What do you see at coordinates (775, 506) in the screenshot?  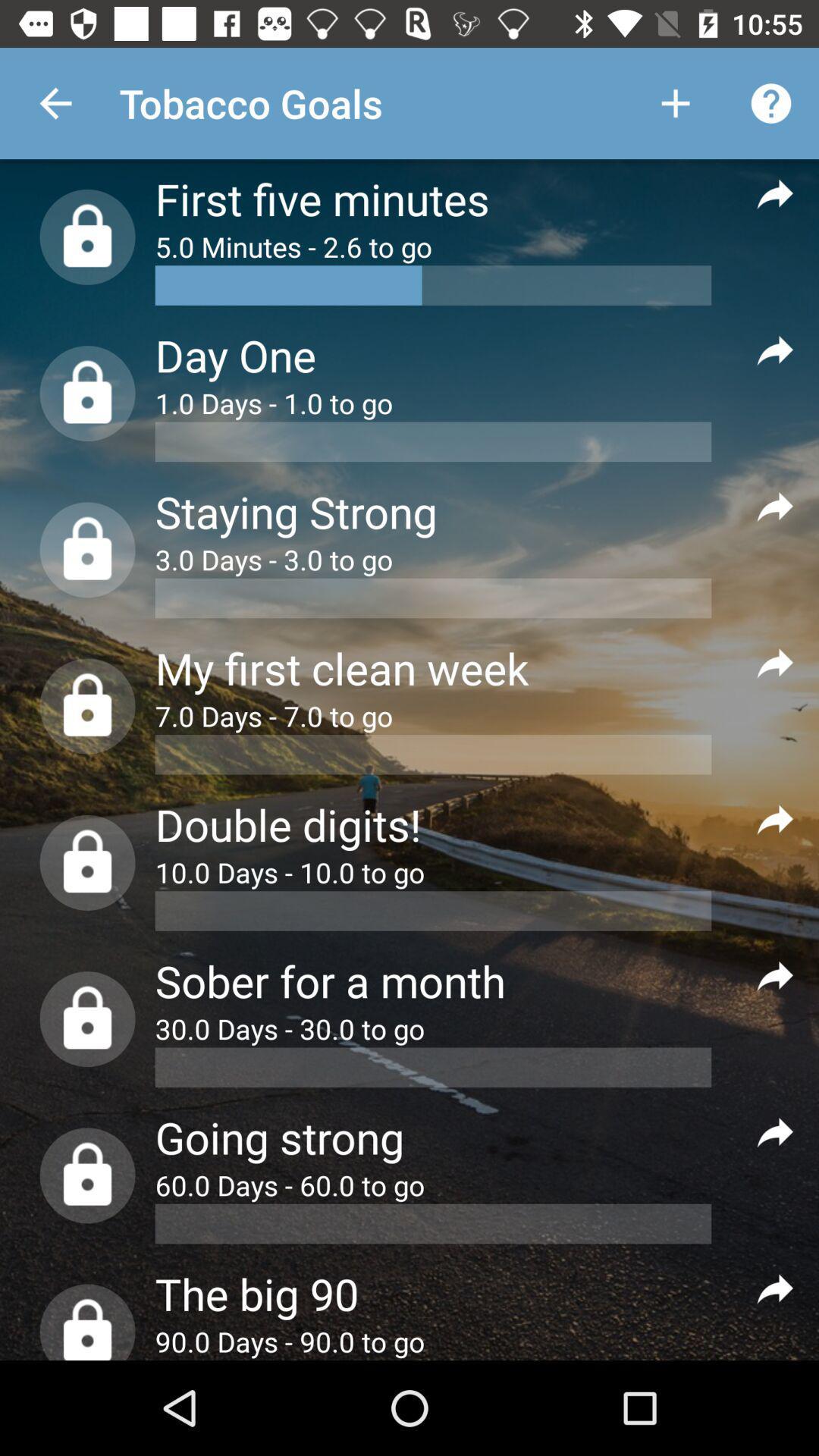 I see `open menu` at bounding box center [775, 506].